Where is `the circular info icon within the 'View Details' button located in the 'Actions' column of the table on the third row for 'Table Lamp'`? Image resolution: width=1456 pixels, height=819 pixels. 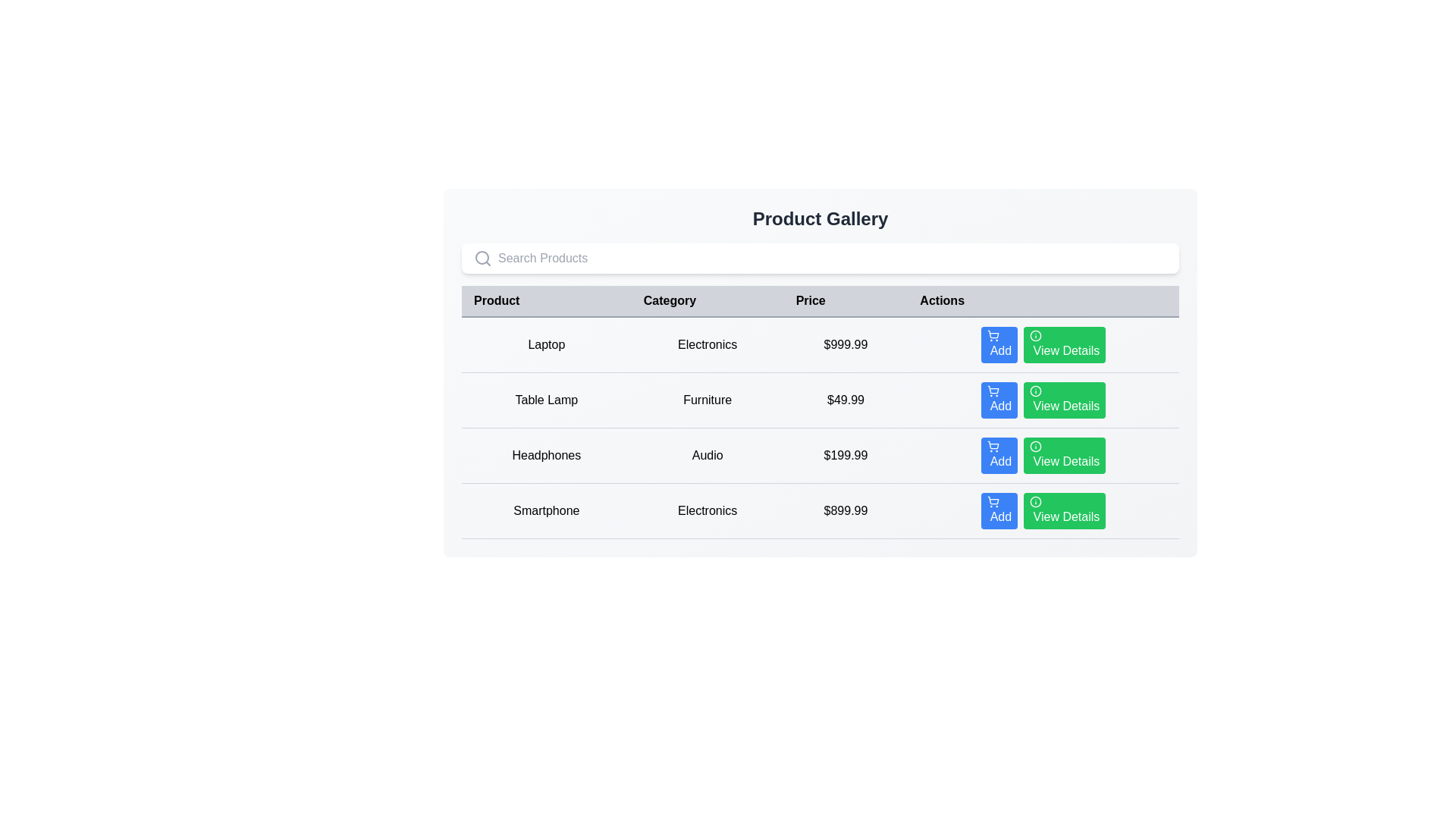
the circular info icon within the 'View Details' button located in the 'Actions' column of the table on the third row for 'Table Lamp' is located at coordinates (1035, 391).